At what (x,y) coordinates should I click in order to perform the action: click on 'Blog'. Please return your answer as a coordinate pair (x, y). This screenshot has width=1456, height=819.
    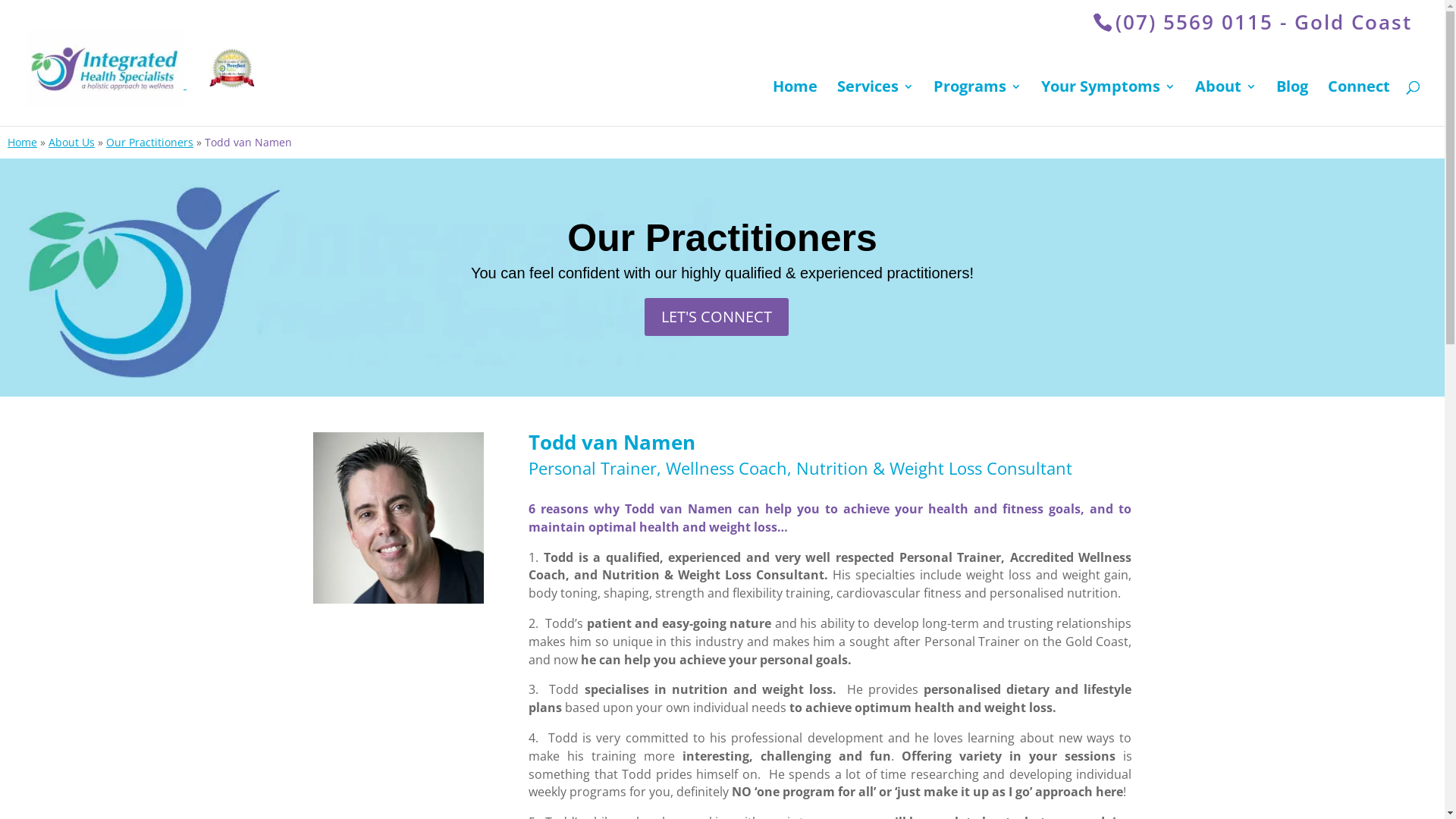
    Looking at the image, I should click on (1291, 102).